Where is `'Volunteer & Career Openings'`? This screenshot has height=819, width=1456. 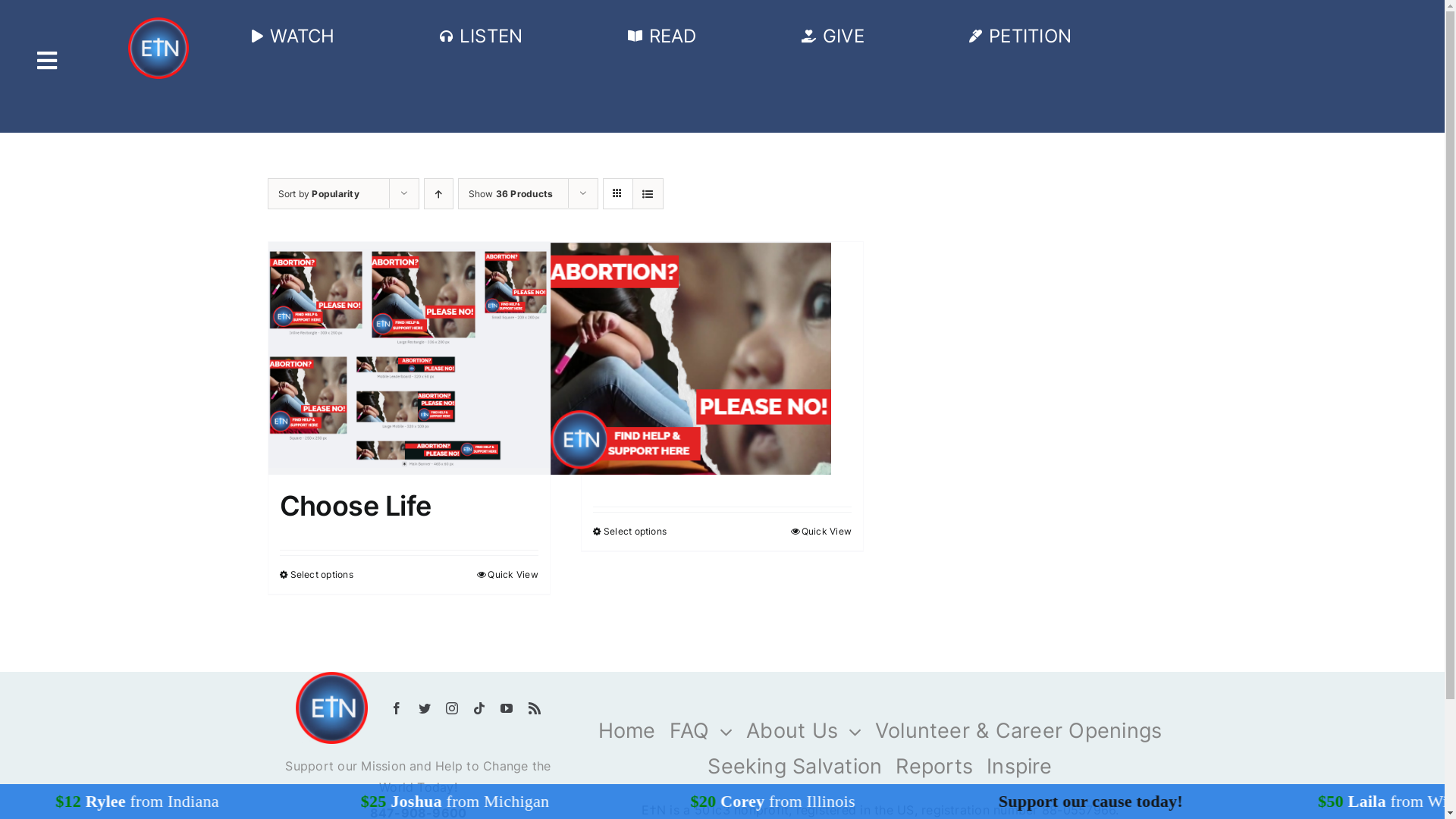
'Volunteer & Career Openings' is located at coordinates (1018, 730).